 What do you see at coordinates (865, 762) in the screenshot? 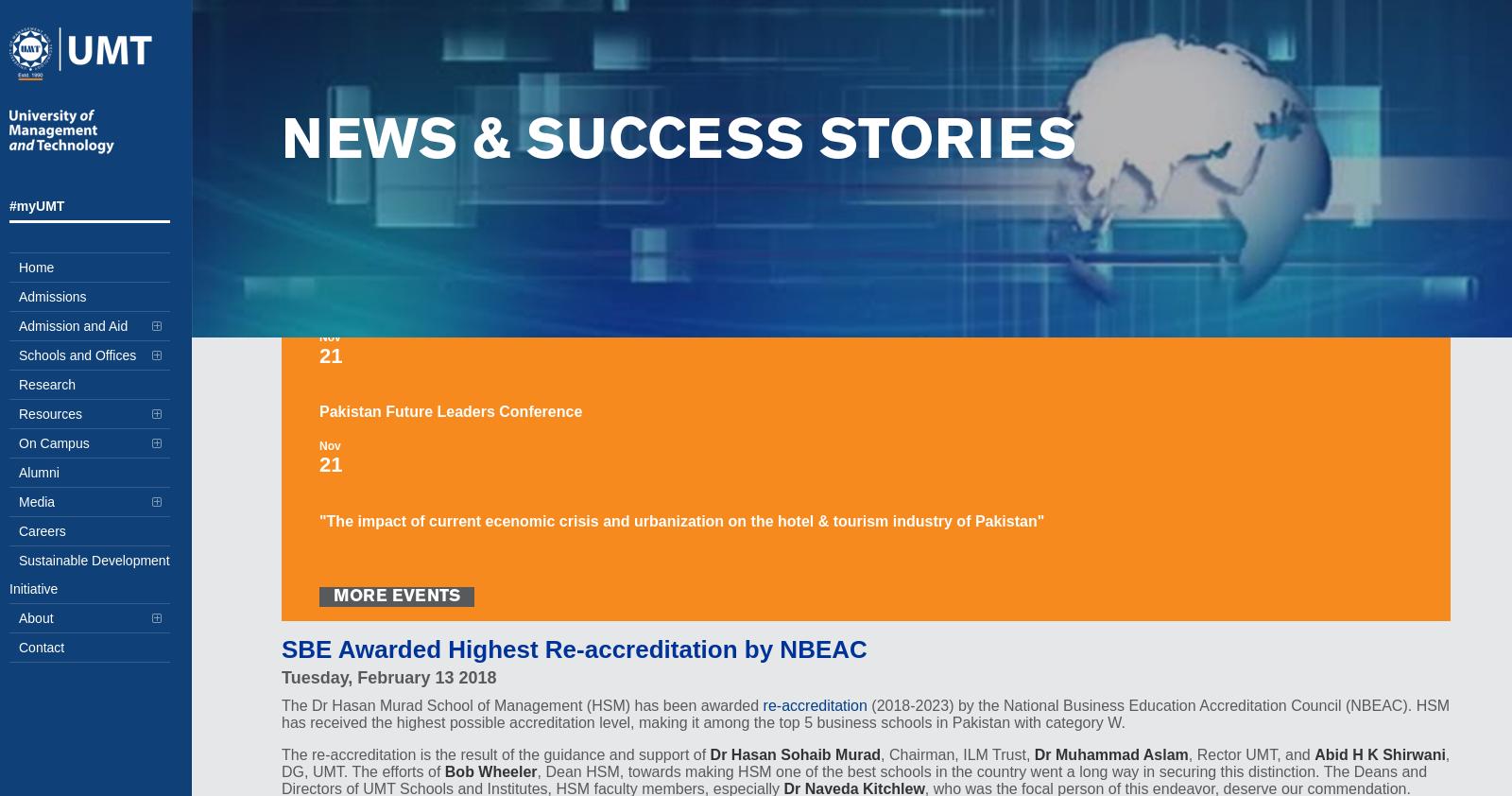
I see `', DG, UMT. The efforts of'` at bounding box center [865, 762].